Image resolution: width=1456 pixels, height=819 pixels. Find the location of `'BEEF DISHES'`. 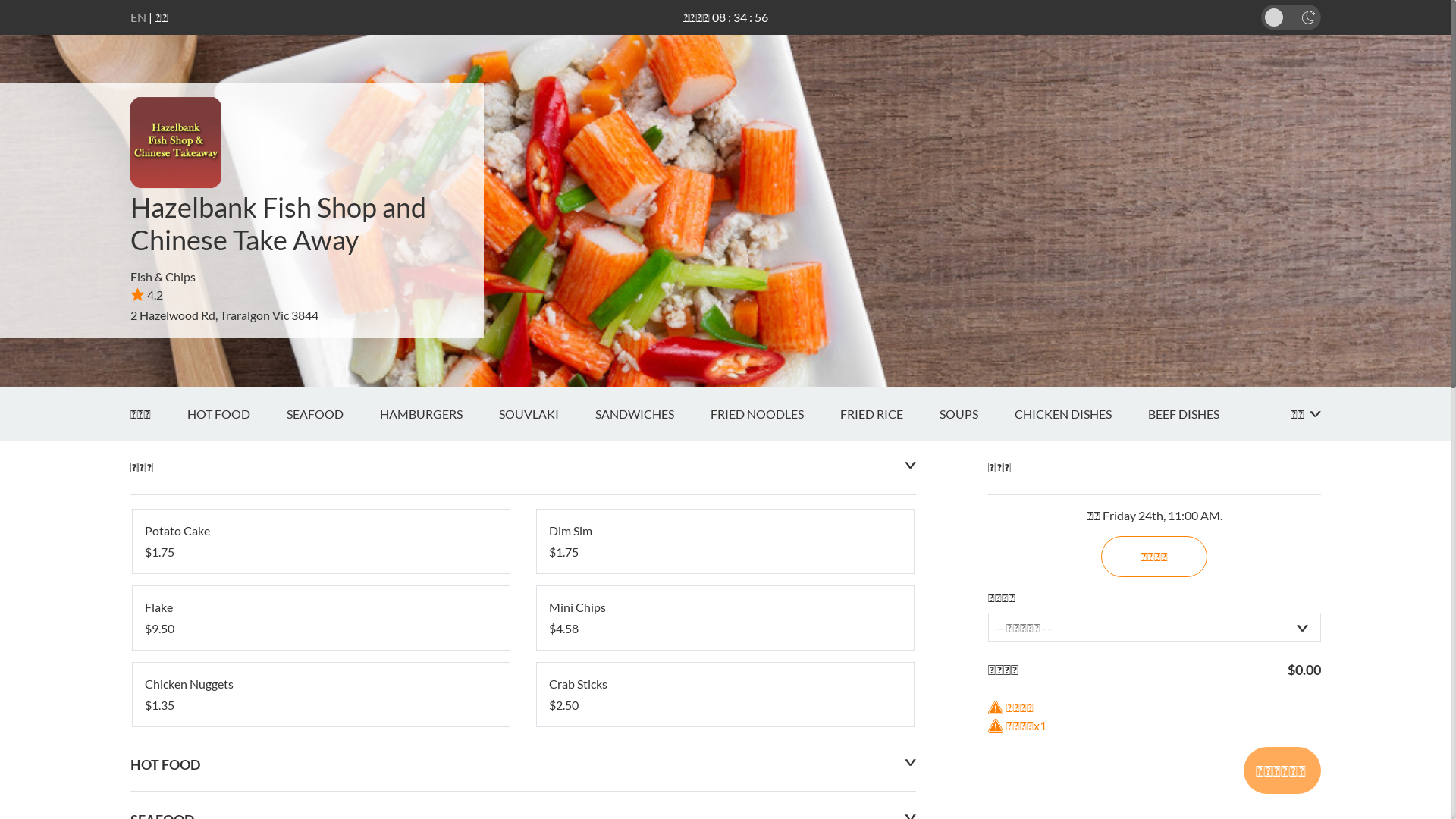

'BEEF DISHES' is located at coordinates (1200, 414).